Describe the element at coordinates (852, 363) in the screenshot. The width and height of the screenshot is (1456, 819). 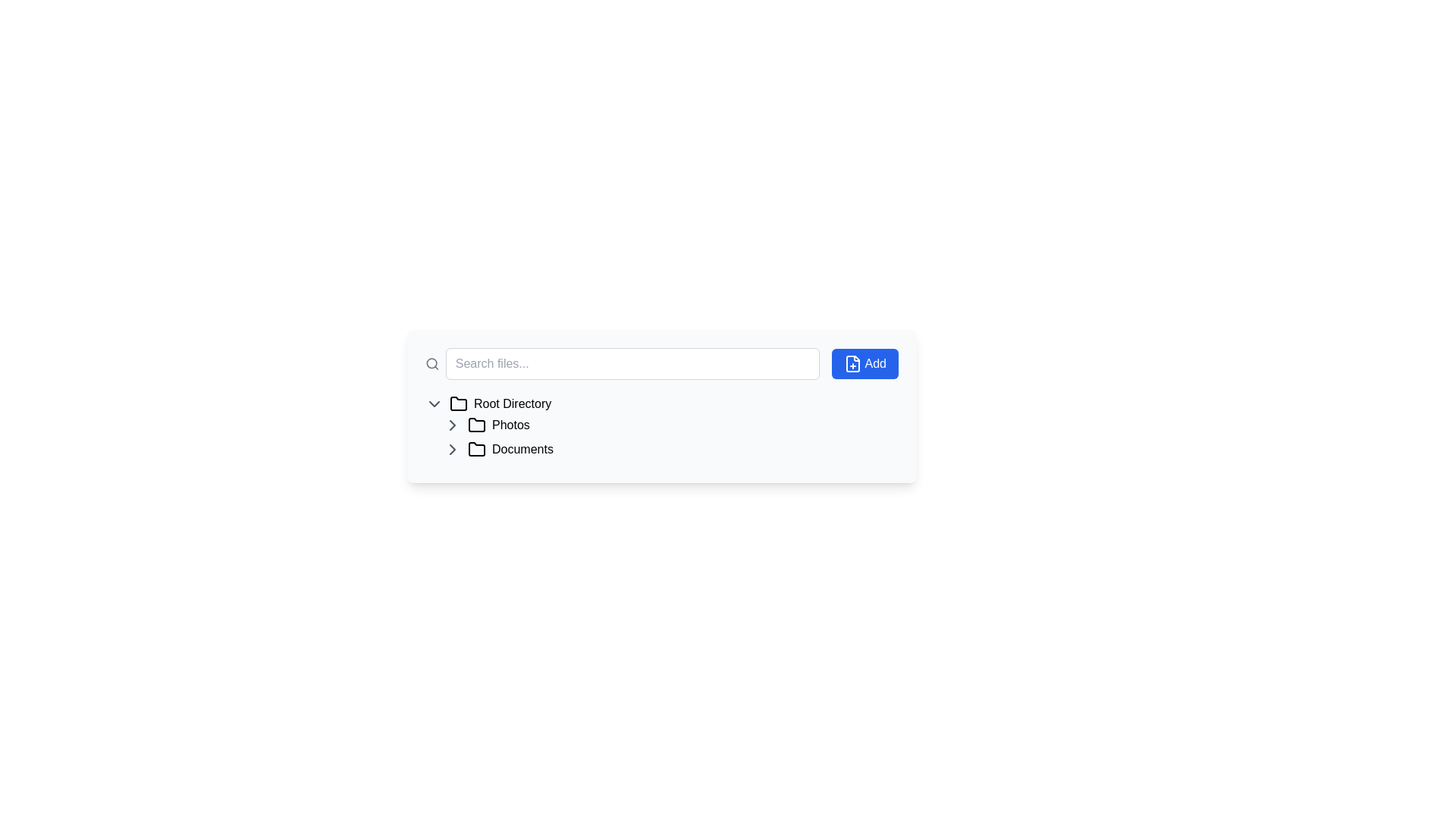
I see `the 'Add' button icon, which is a document with a plus symbol, located in the top-right corner of the file management interface` at that location.